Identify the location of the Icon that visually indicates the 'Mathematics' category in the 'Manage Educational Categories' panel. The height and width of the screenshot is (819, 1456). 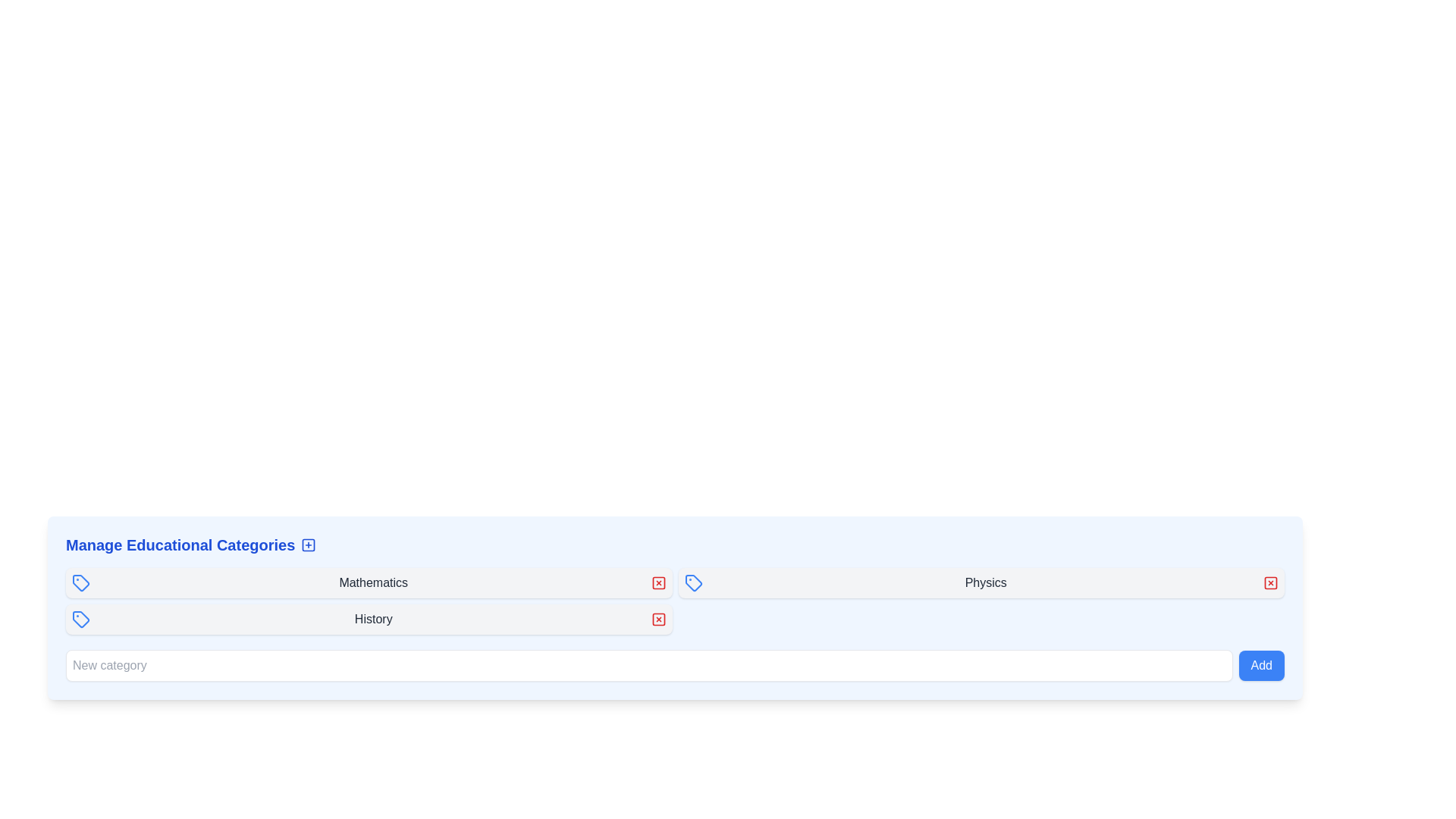
(692, 582).